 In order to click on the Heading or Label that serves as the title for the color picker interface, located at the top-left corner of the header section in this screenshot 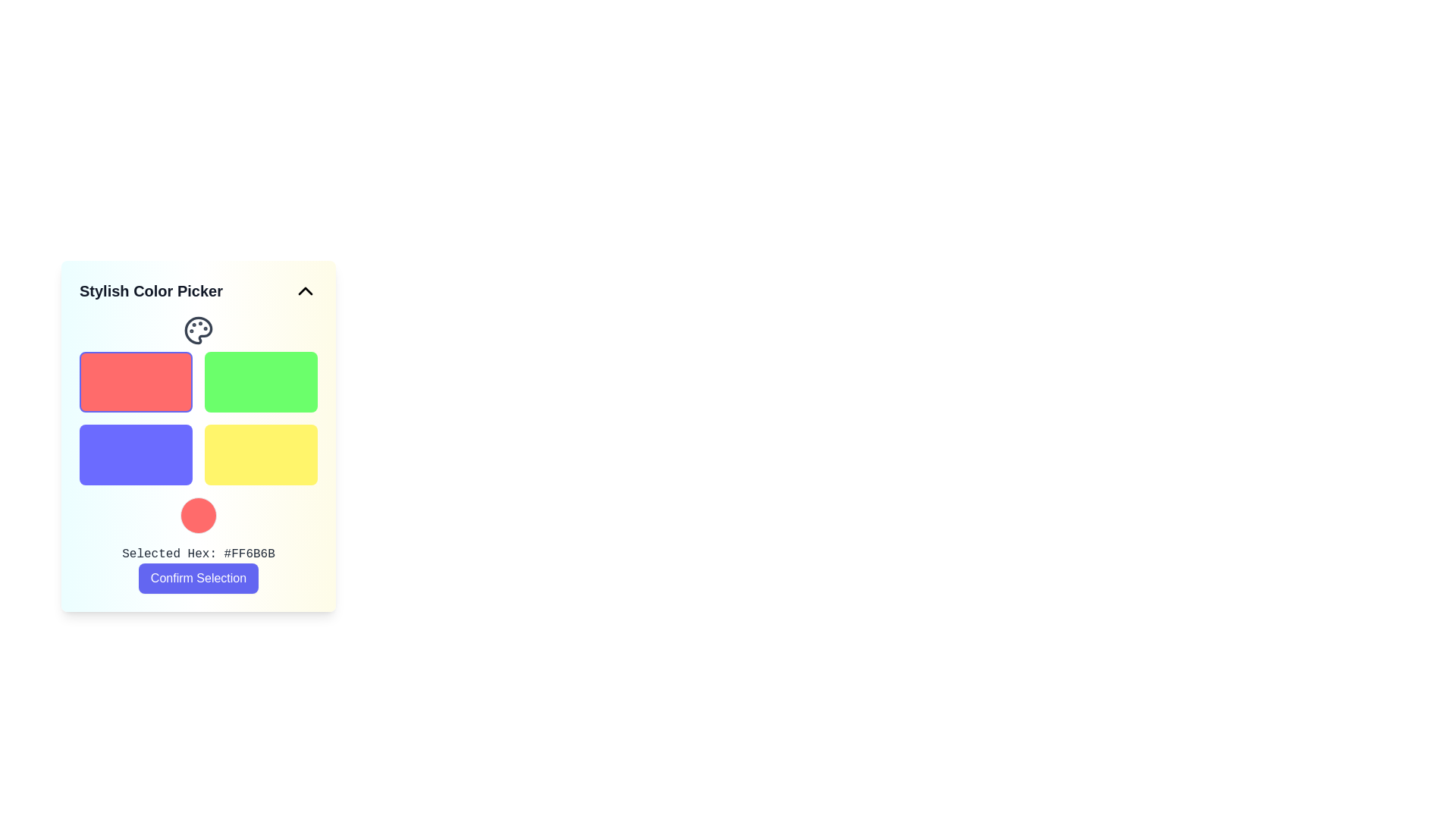, I will do `click(151, 291)`.